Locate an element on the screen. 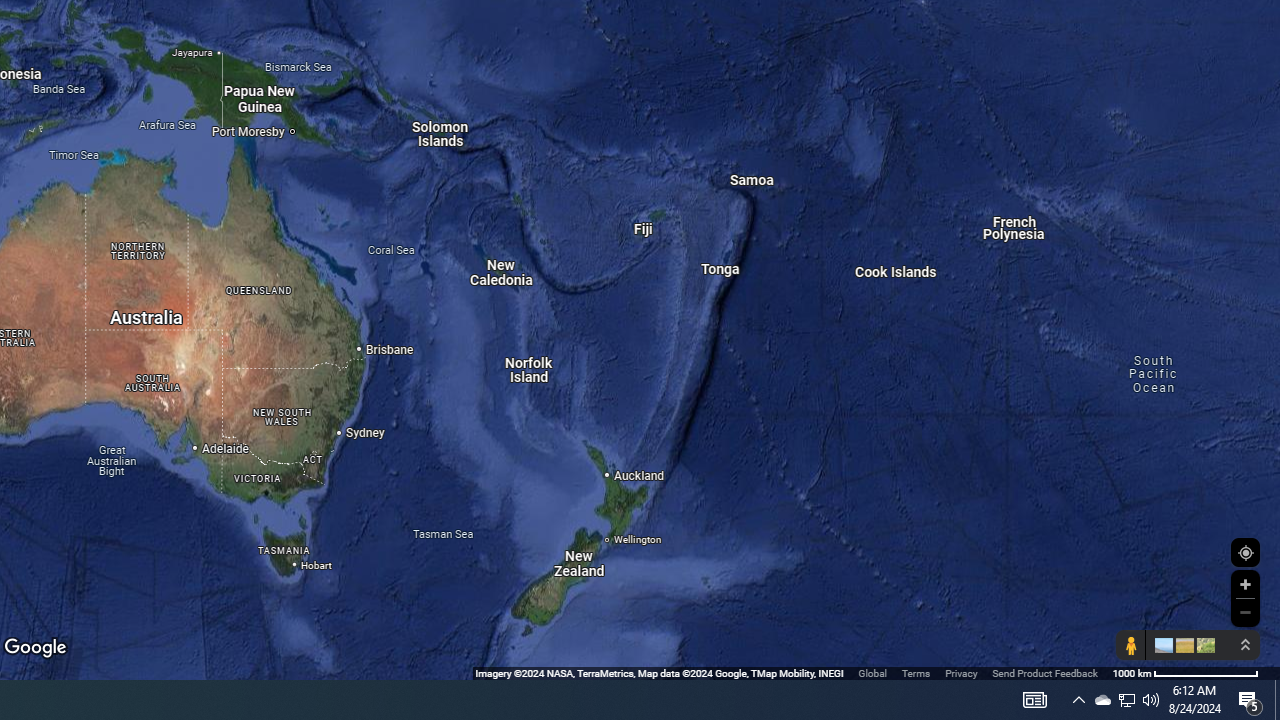 The height and width of the screenshot is (720, 1280). '1000 km' is located at coordinates (1185, 673).